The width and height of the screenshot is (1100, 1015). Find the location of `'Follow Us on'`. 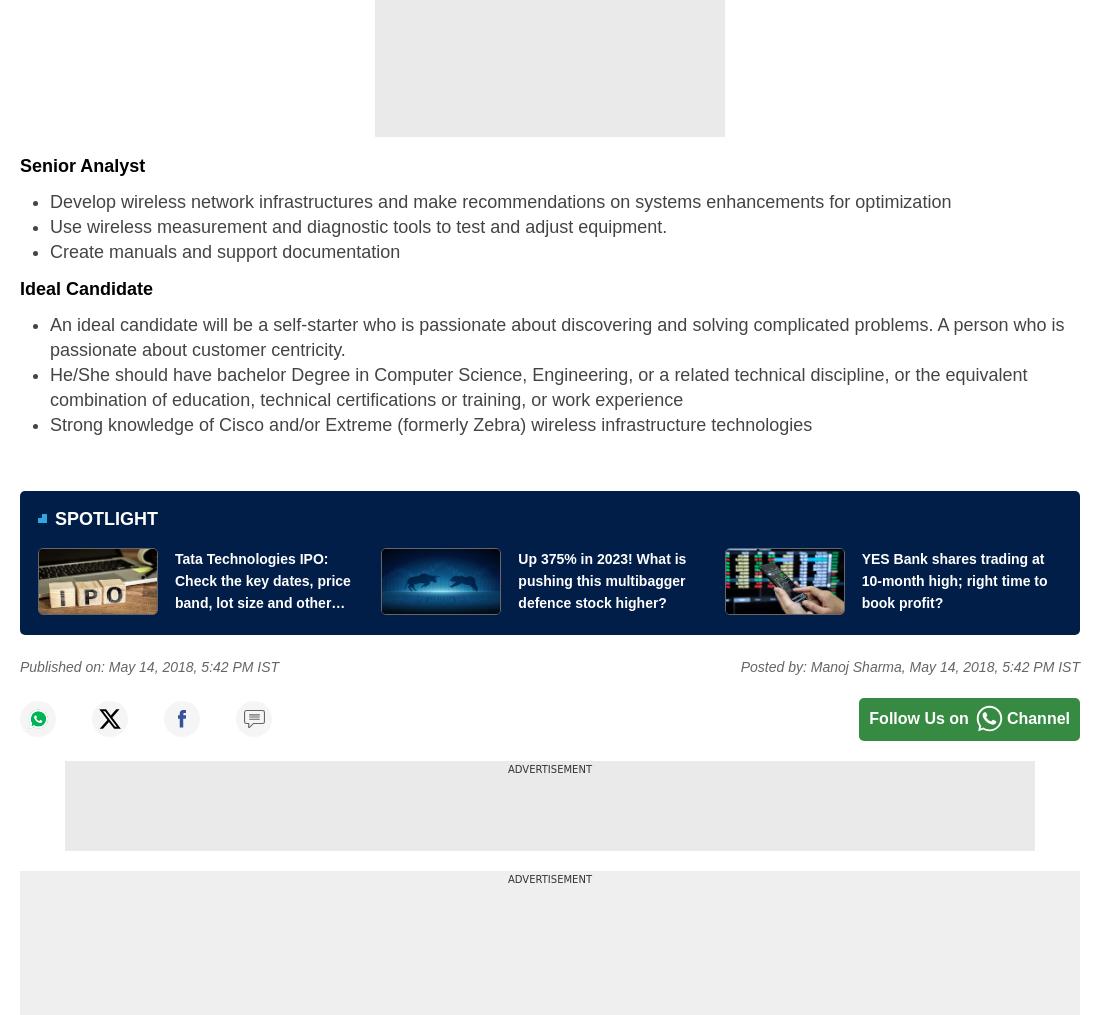

'Follow Us on' is located at coordinates (918, 718).